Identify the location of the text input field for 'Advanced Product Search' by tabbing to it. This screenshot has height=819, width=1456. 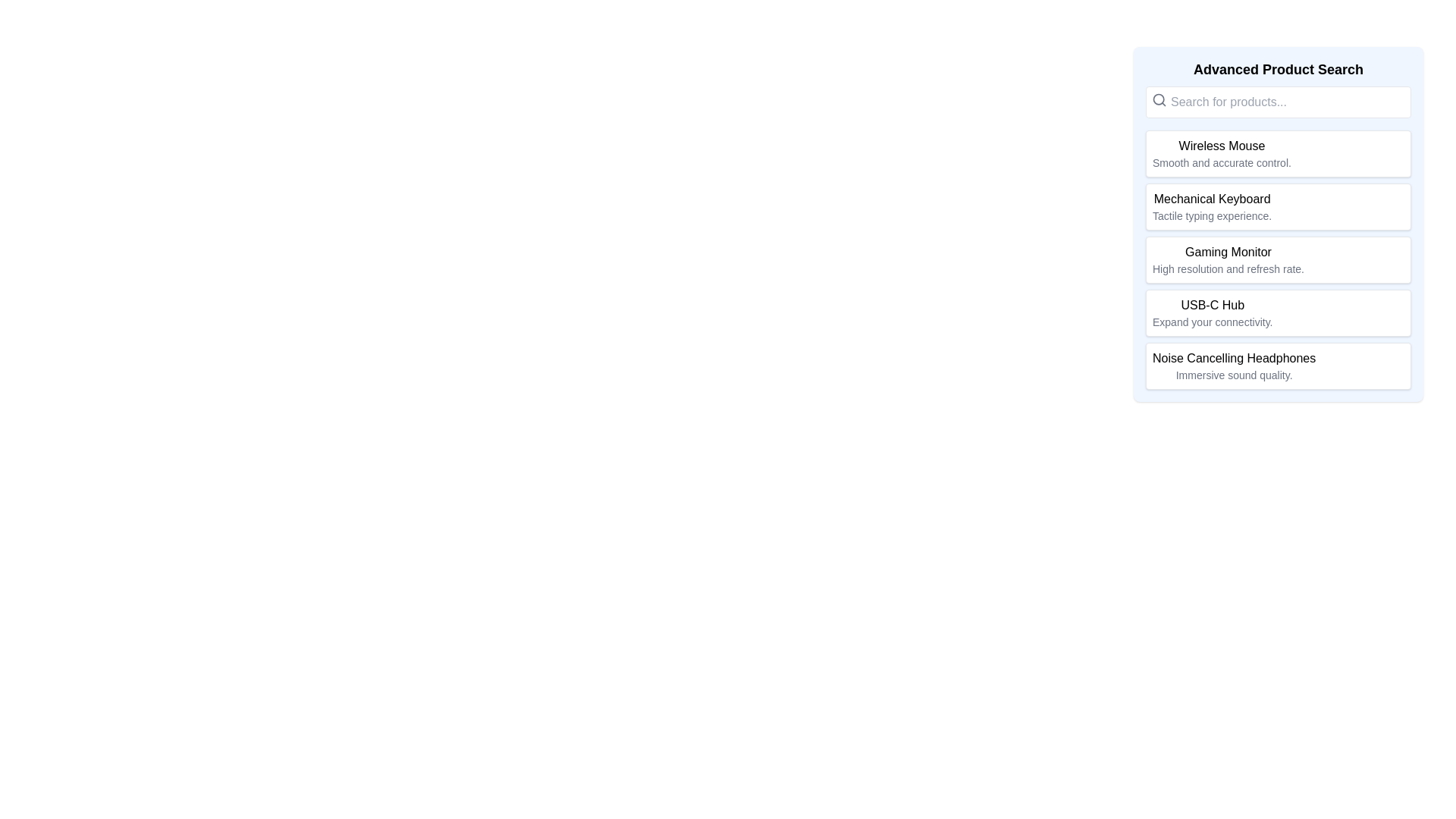
(1277, 102).